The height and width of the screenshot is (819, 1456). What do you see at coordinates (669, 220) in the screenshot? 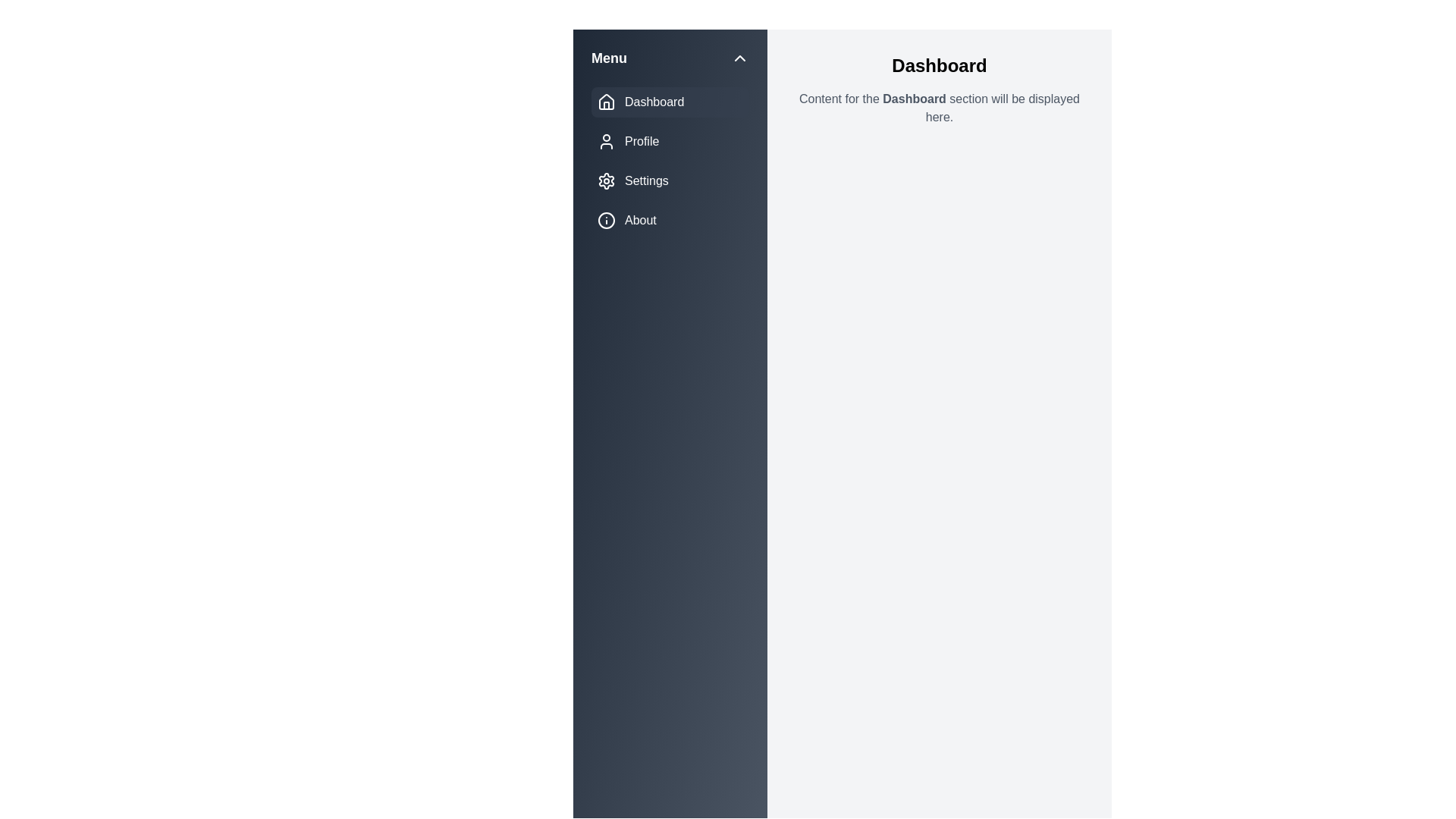
I see `the 'About' button, which is the fourth item in the sidebar menu` at bounding box center [669, 220].